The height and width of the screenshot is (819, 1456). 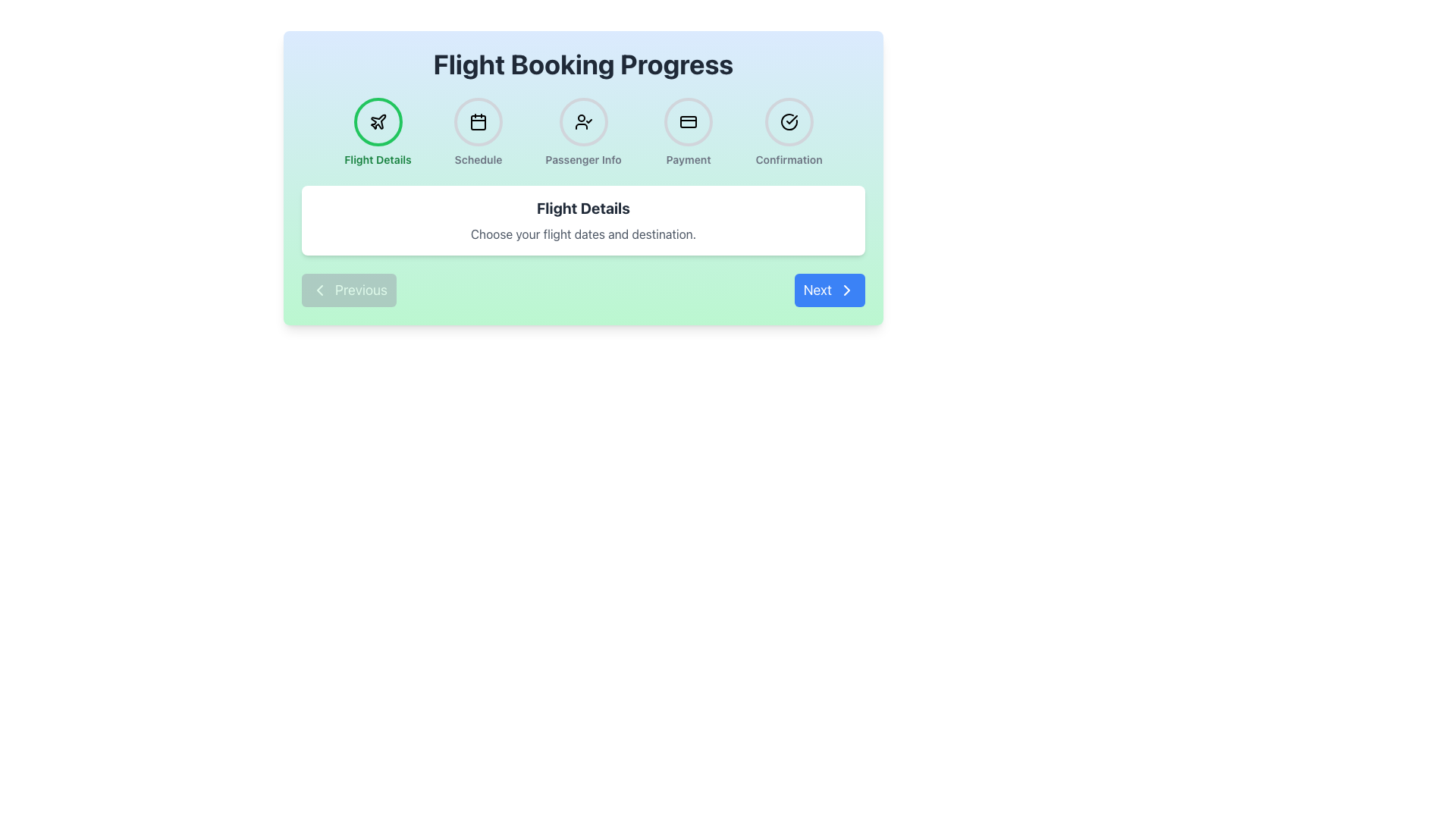 I want to click on text label that says 'Payment', which is styled in a small gray font and positioned below a credit card icon, so click(x=688, y=160).